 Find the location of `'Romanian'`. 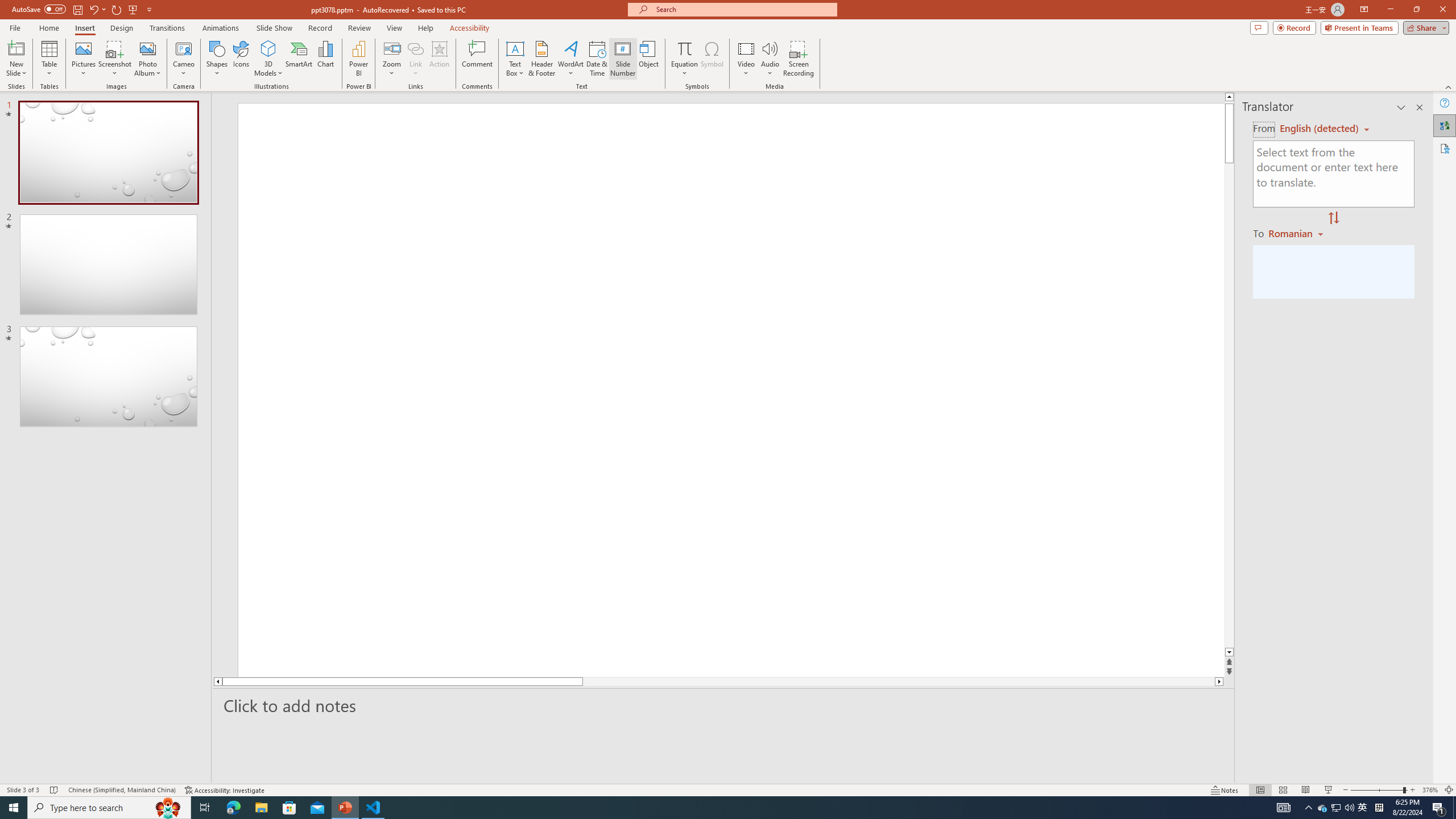

'Romanian' is located at coordinates (1296, 233).